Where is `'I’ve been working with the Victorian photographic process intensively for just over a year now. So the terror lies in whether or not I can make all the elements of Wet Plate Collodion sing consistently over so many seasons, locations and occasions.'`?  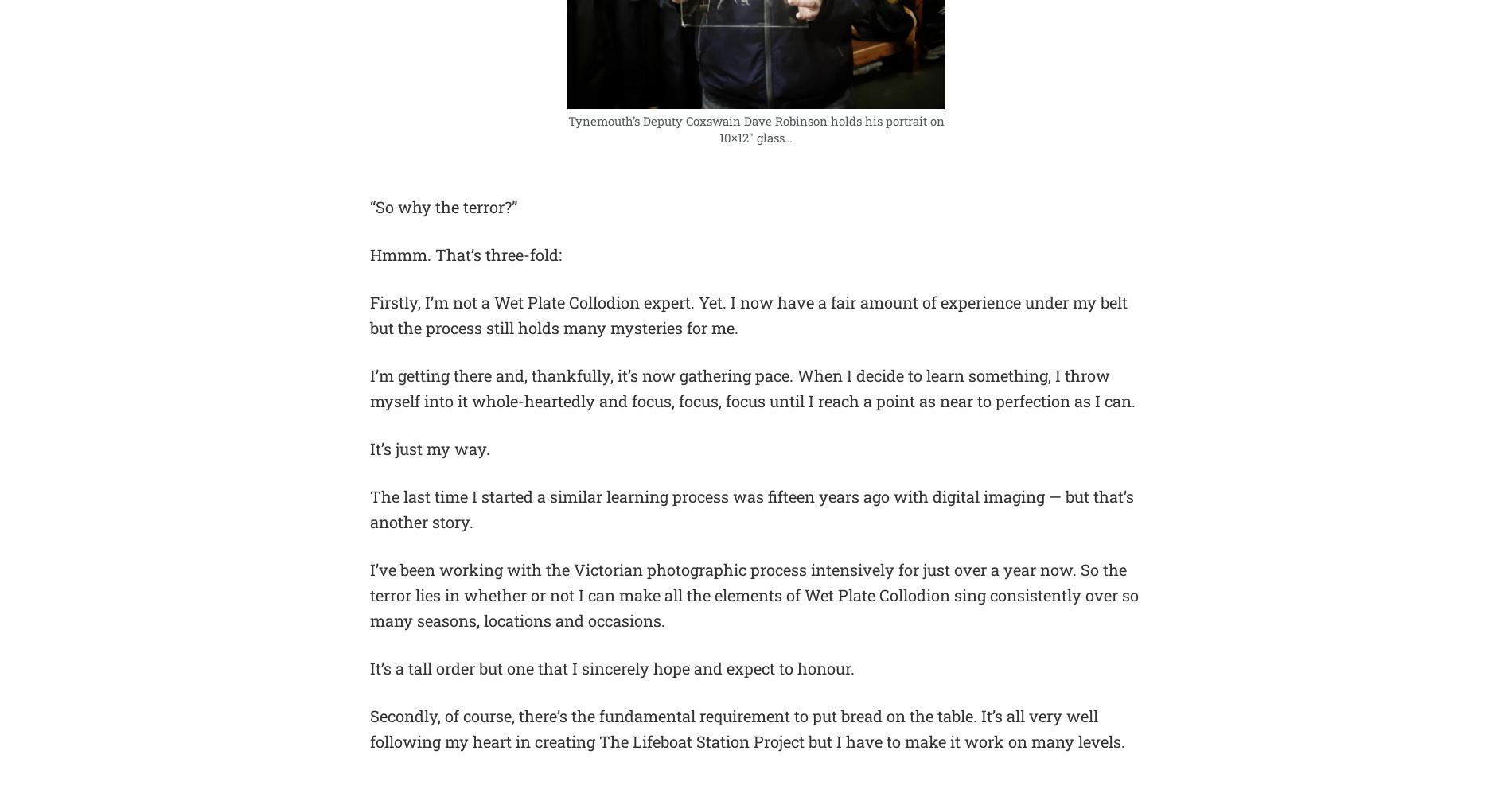 'I’ve been working with the Victorian photographic process intensively for just over a year now. So the terror lies in whether or not I can make all the elements of Wet Plate Collodion sing consistently over so many seasons, locations and occasions.' is located at coordinates (368, 594).